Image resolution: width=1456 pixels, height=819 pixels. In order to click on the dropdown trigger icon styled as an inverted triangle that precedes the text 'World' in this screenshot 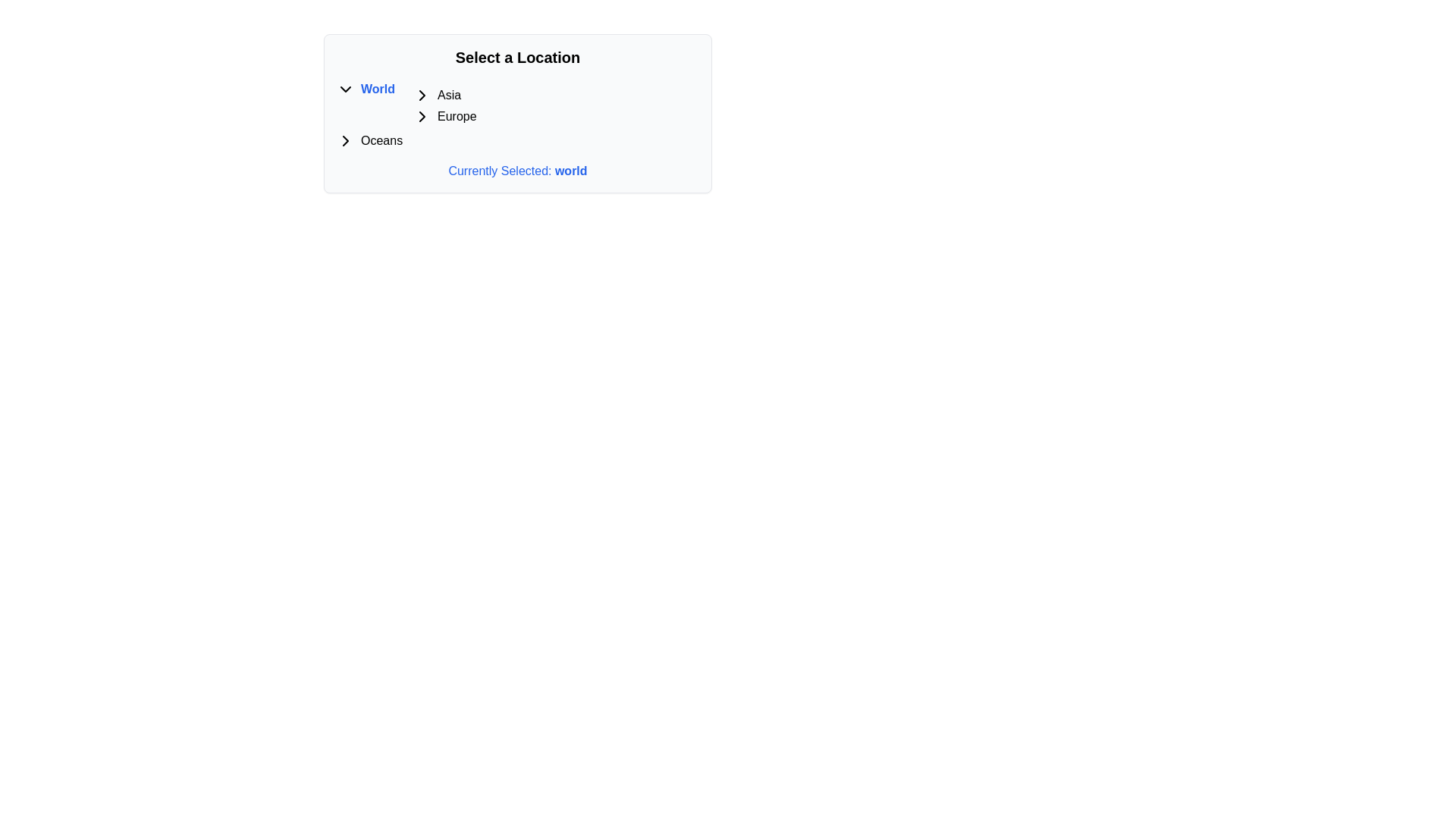, I will do `click(345, 89)`.